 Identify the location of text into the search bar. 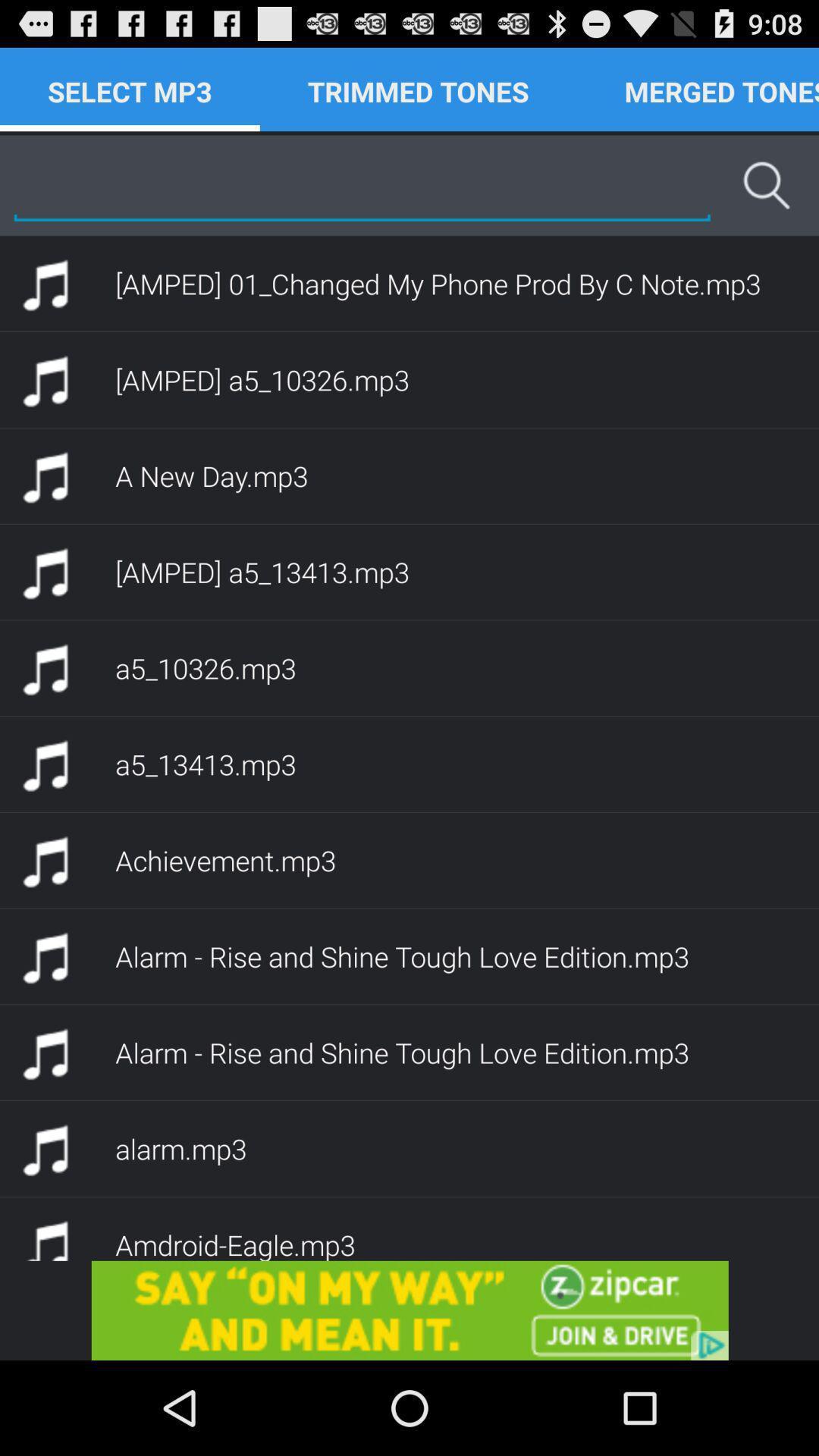
(362, 184).